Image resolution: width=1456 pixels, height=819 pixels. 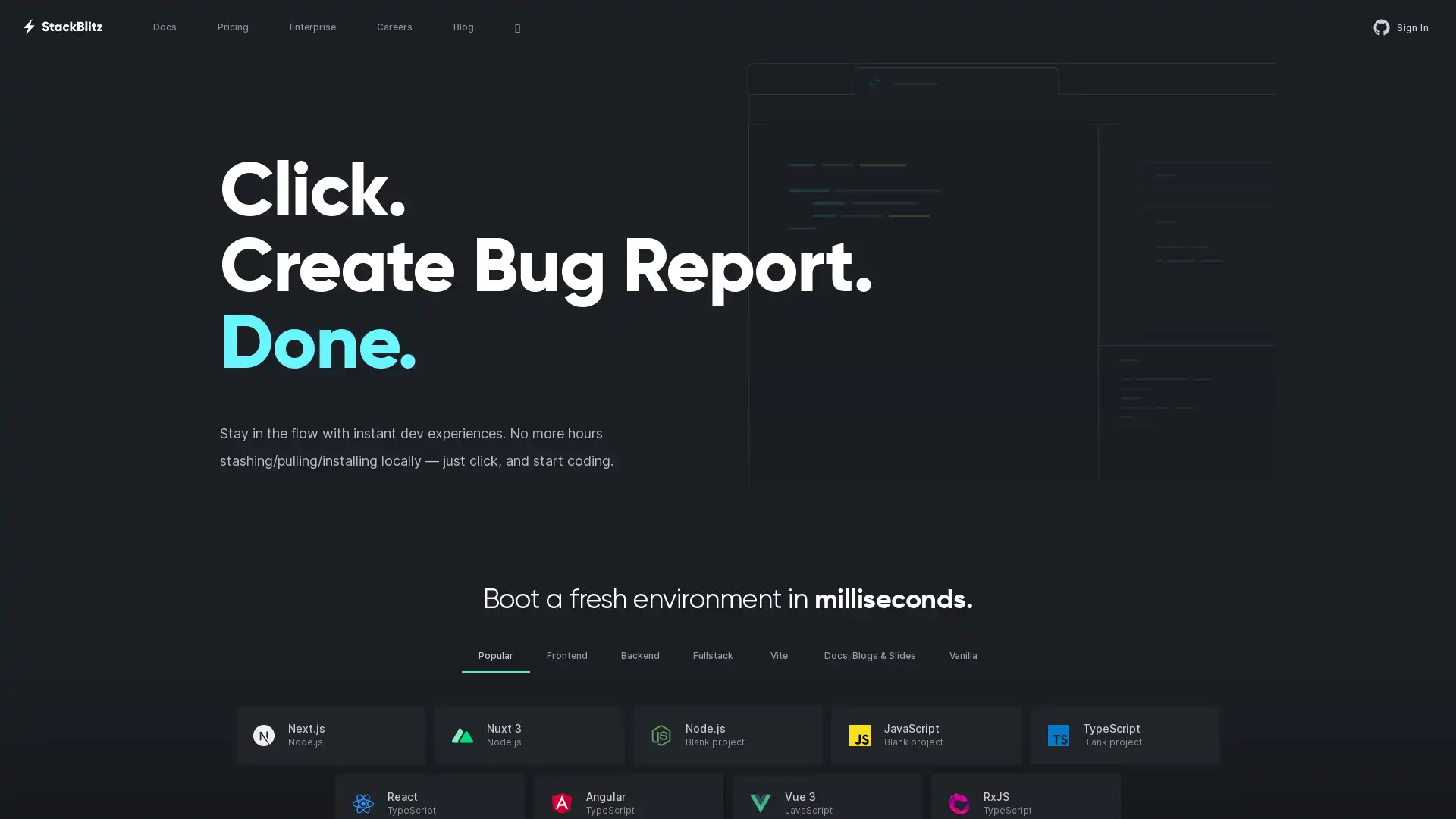 What do you see at coordinates (712, 654) in the screenshot?
I see `Fullstack` at bounding box center [712, 654].